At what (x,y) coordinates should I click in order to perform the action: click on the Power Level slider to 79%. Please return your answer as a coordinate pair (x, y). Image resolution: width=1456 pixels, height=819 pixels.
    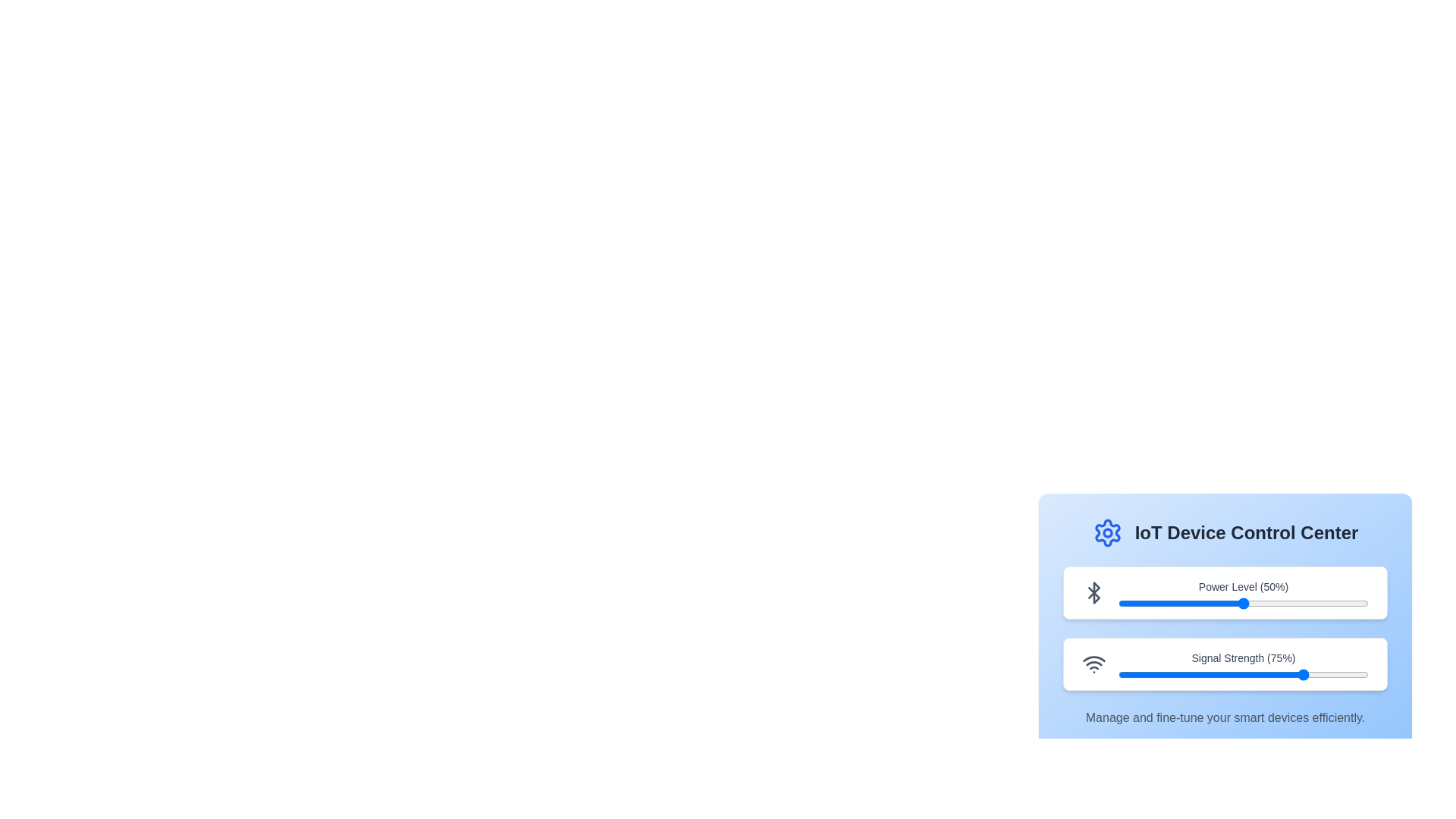
    Looking at the image, I should click on (1315, 602).